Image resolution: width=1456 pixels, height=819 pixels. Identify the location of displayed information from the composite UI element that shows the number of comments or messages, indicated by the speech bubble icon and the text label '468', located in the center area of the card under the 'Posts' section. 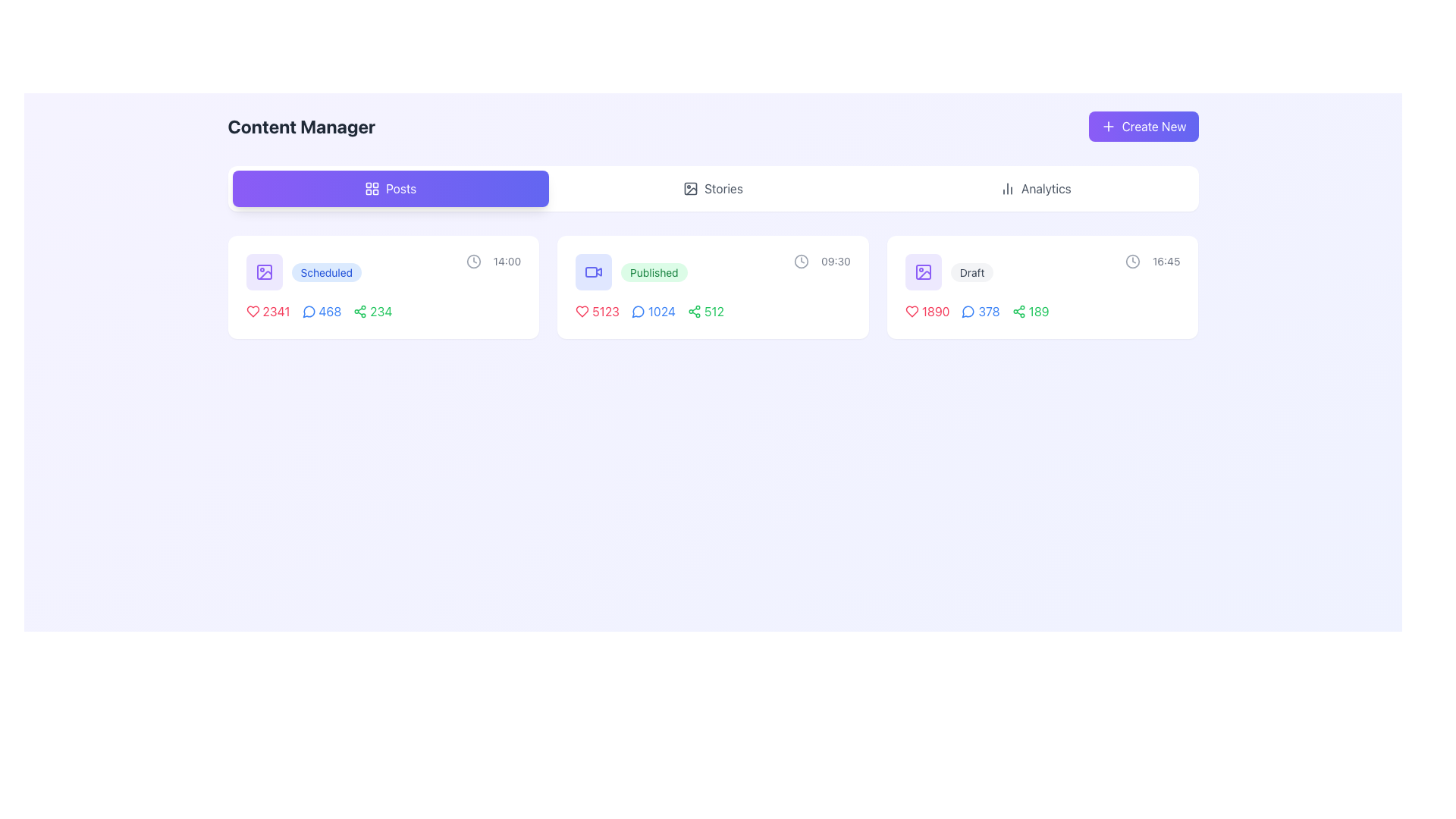
(321, 311).